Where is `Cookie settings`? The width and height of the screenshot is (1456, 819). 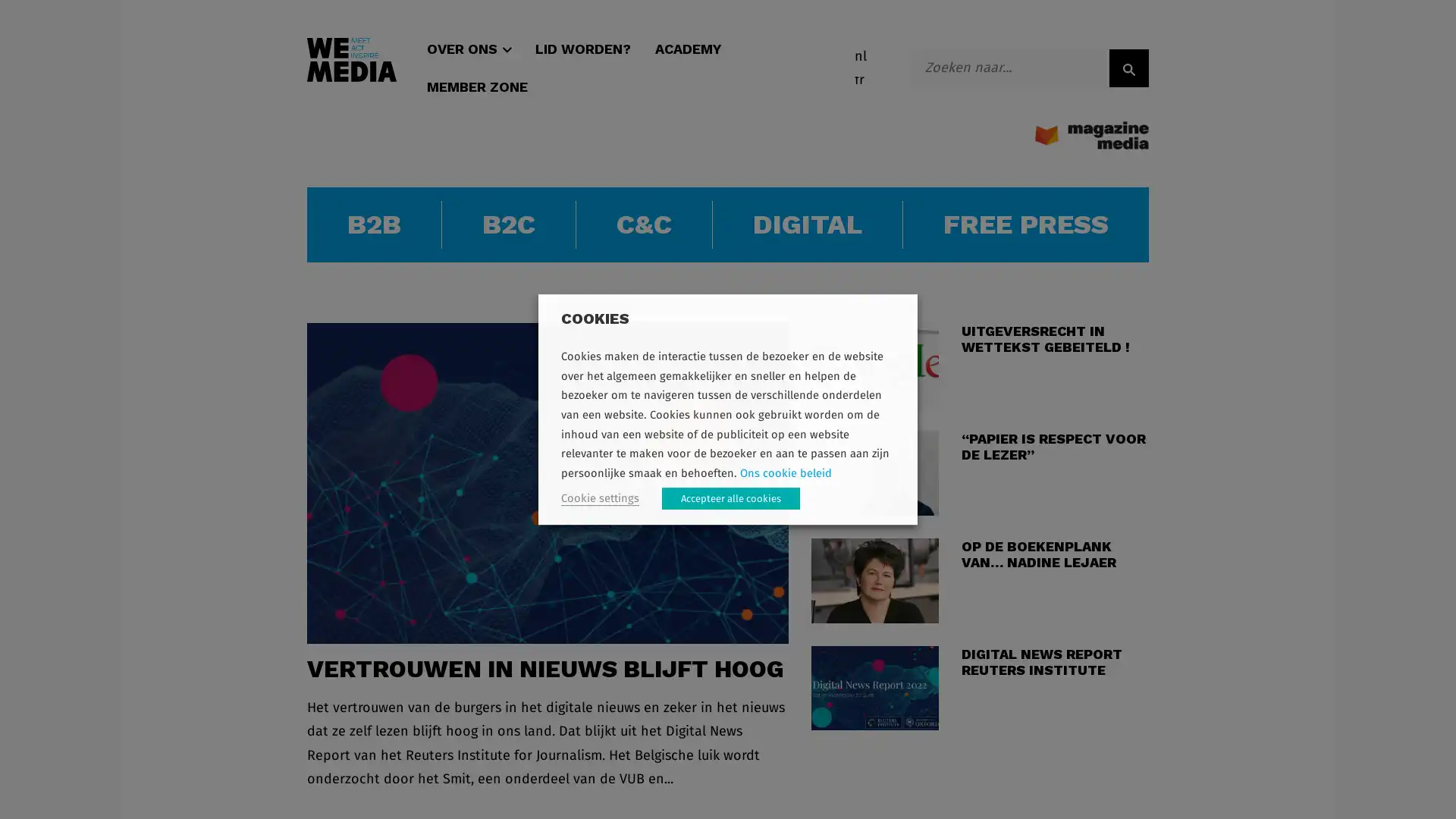
Cookie settings is located at coordinates (599, 497).